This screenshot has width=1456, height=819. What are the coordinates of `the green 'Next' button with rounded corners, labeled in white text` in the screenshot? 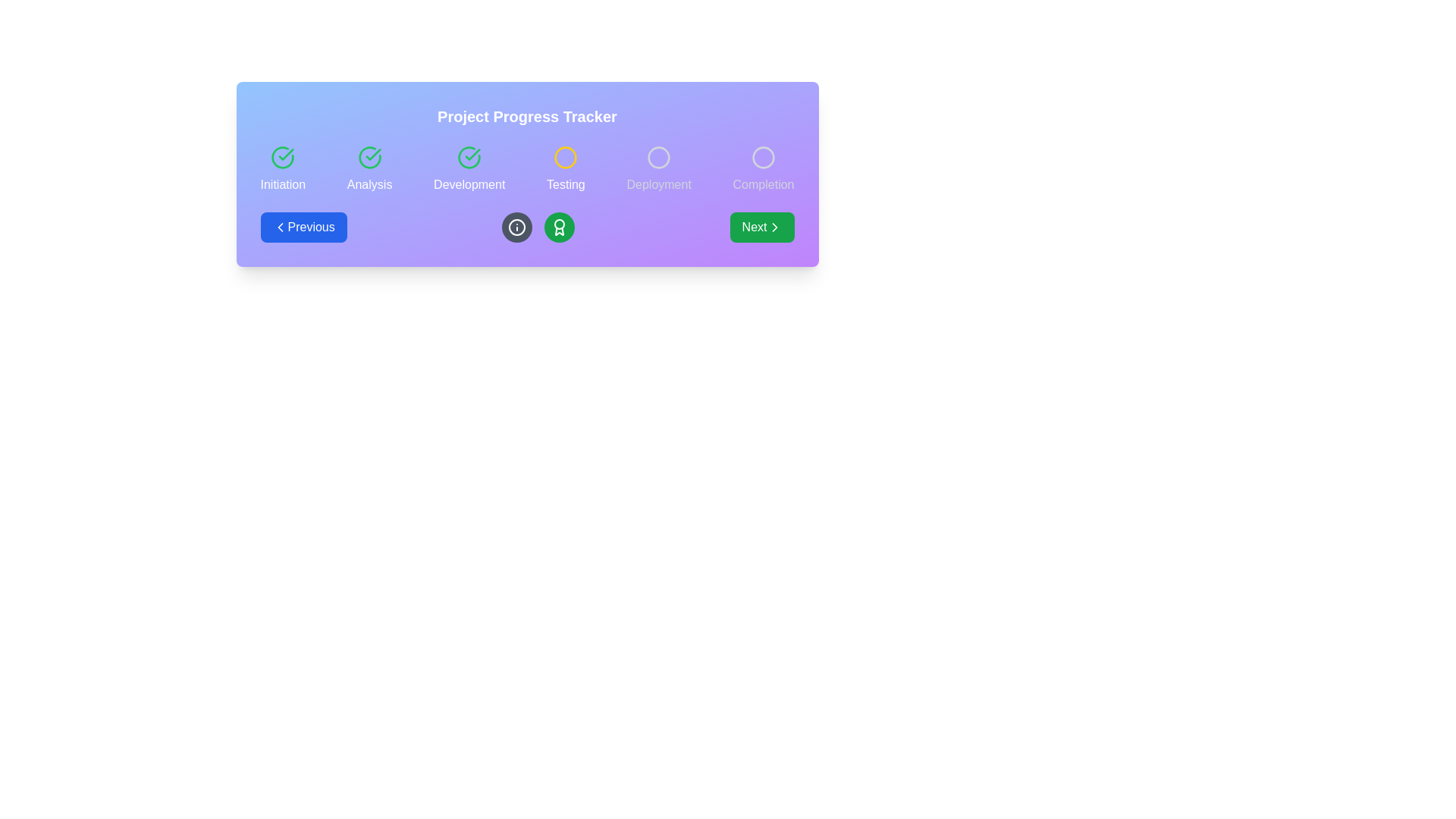 It's located at (762, 227).